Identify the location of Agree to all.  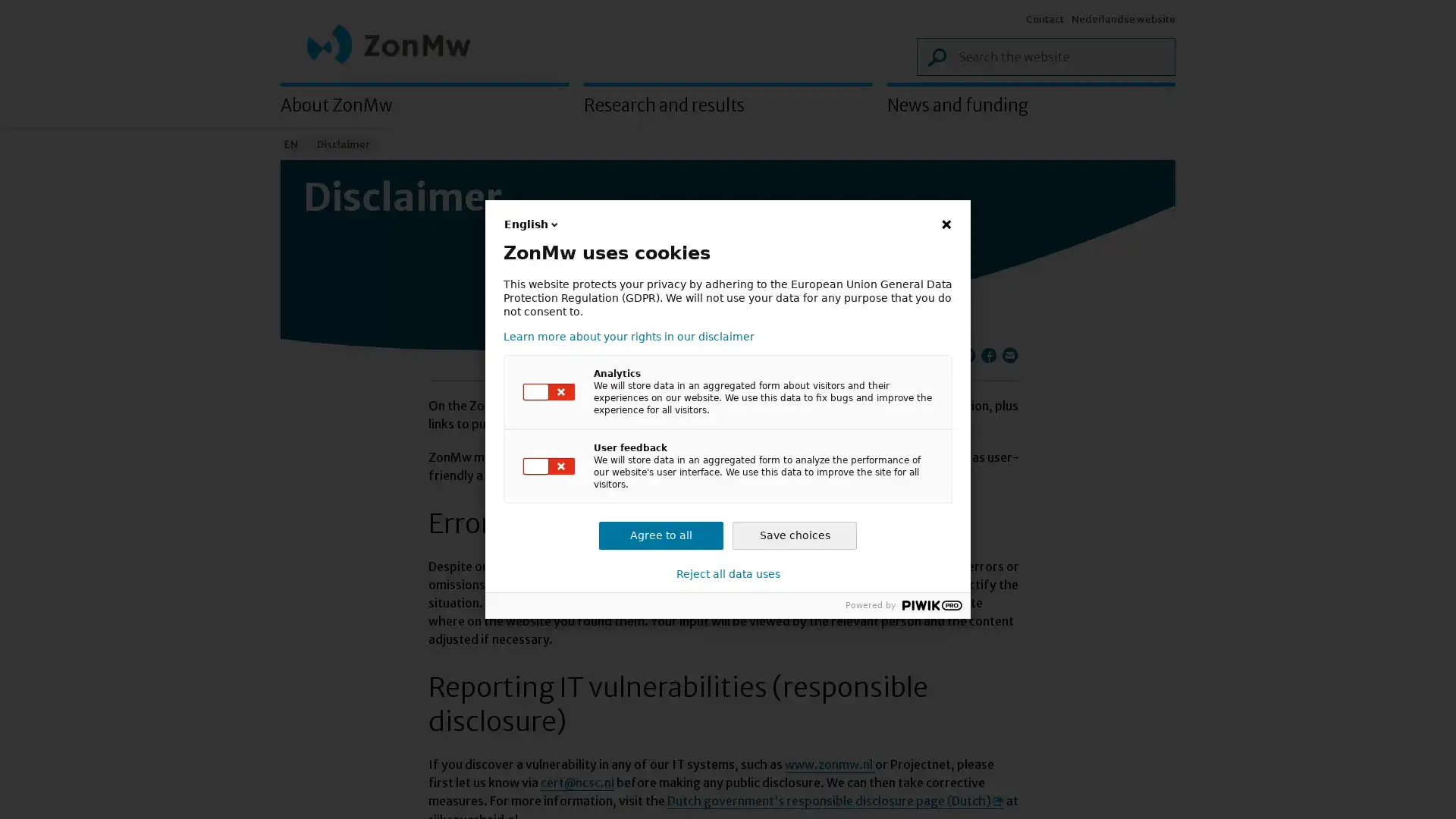
(661, 535).